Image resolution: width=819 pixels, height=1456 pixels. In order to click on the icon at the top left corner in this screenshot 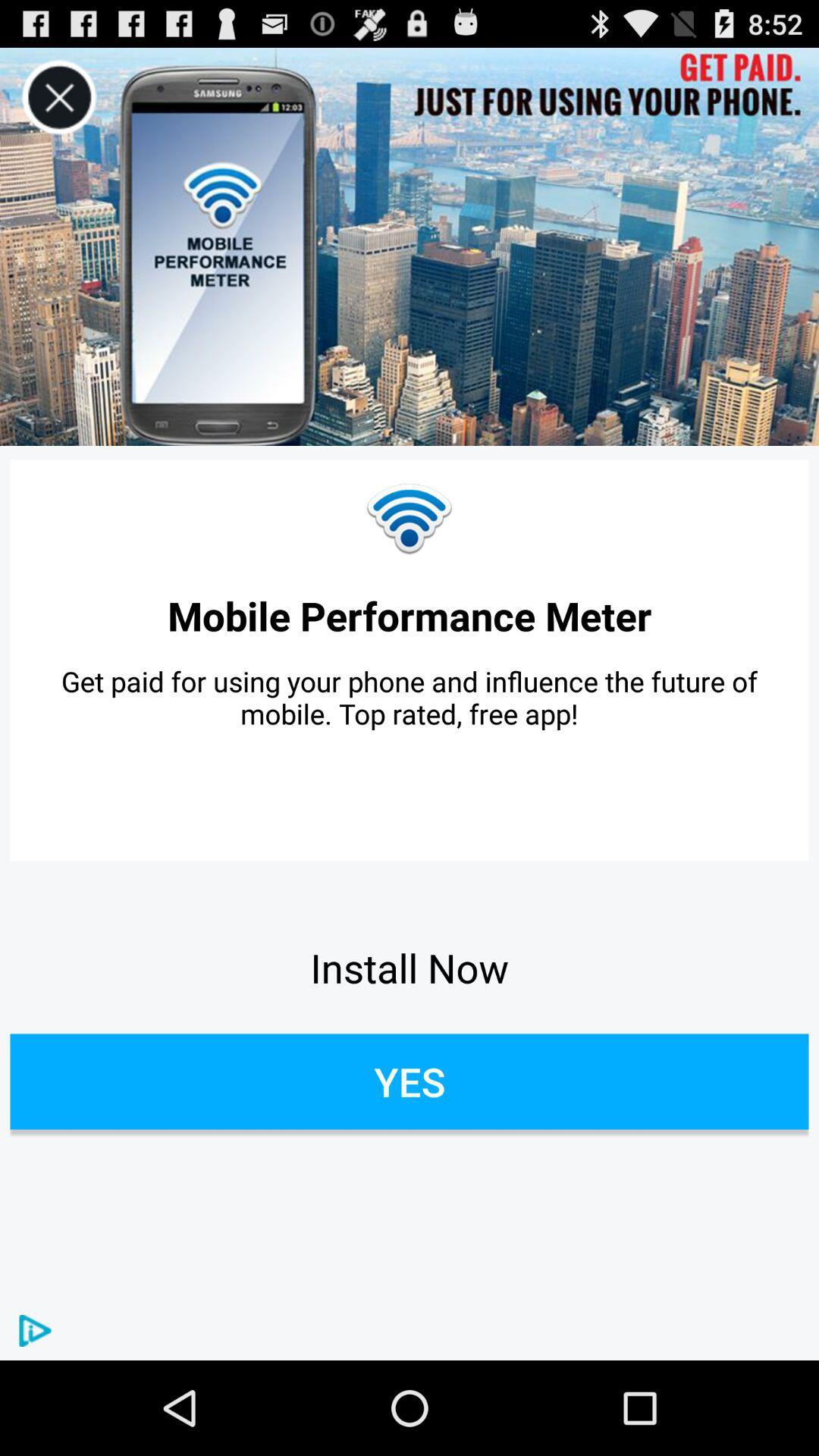, I will do `click(58, 97)`.